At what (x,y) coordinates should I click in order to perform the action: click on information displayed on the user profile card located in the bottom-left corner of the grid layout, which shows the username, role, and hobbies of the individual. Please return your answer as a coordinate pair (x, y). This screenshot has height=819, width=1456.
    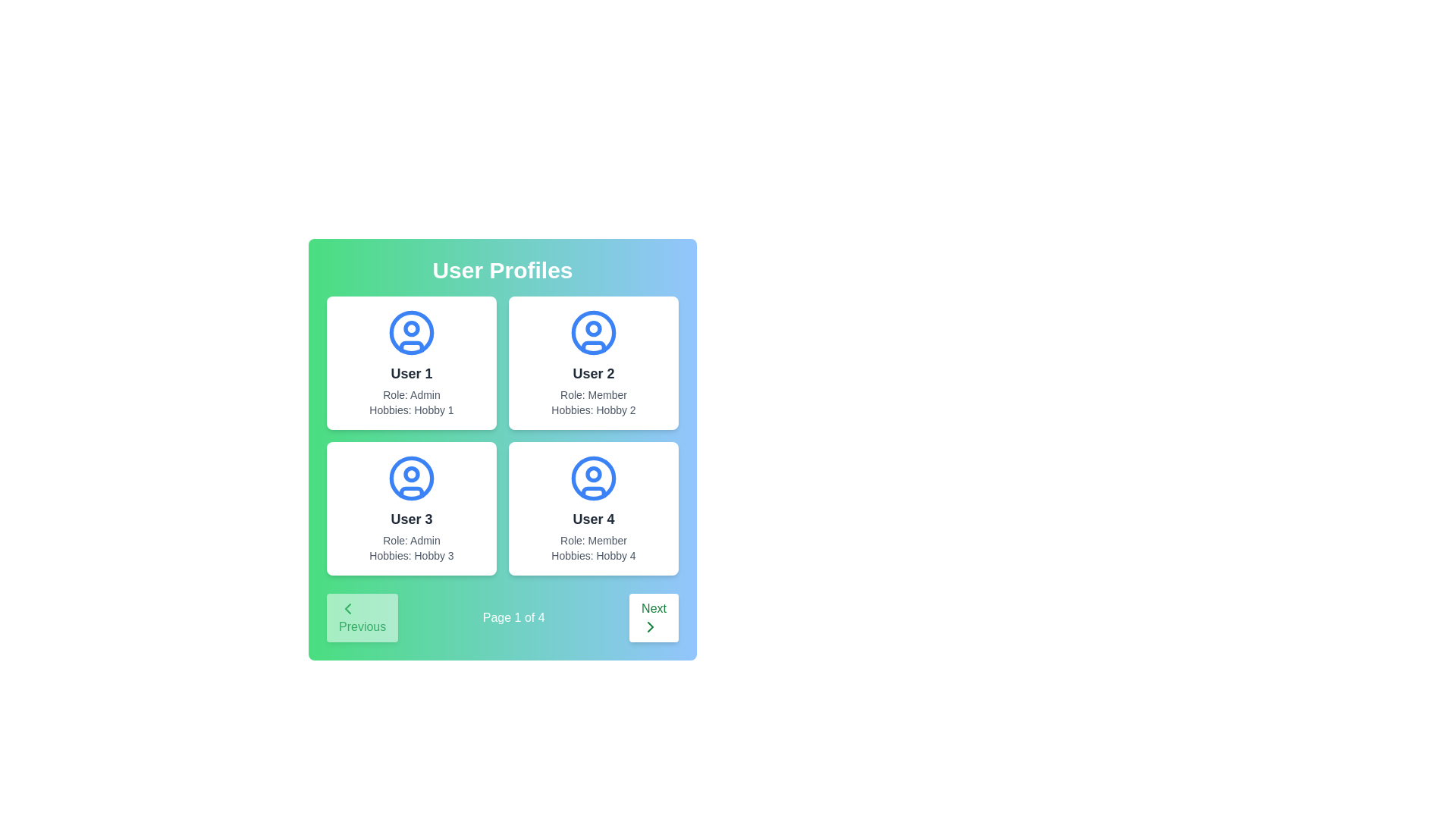
    Looking at the image, I should click on (411, 509).